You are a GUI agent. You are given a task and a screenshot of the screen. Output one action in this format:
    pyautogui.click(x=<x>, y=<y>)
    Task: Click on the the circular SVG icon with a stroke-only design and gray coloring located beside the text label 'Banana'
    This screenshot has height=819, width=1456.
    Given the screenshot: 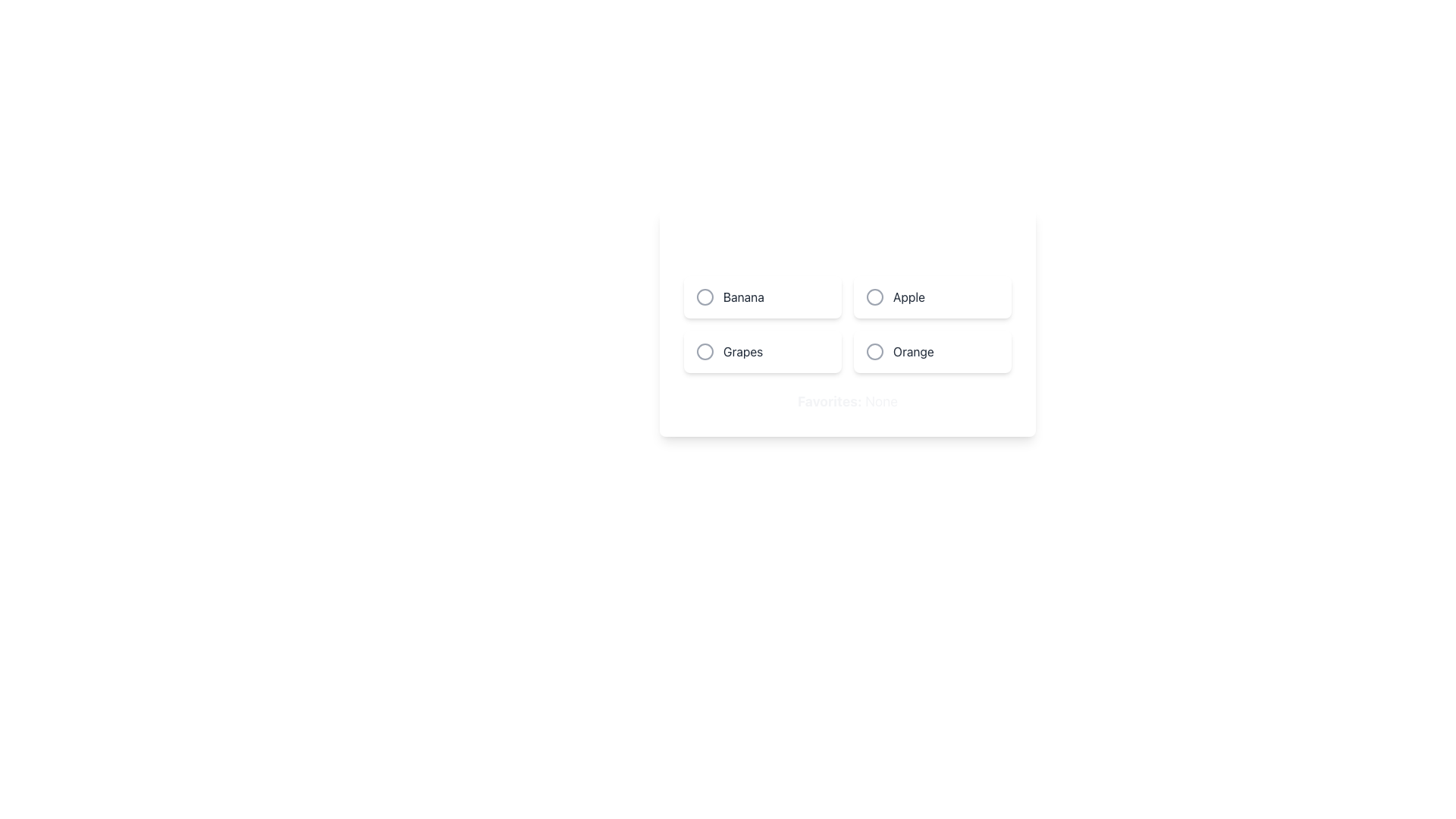 What is the action you would take?
    pyautogui.click(x=704, y=297)
    